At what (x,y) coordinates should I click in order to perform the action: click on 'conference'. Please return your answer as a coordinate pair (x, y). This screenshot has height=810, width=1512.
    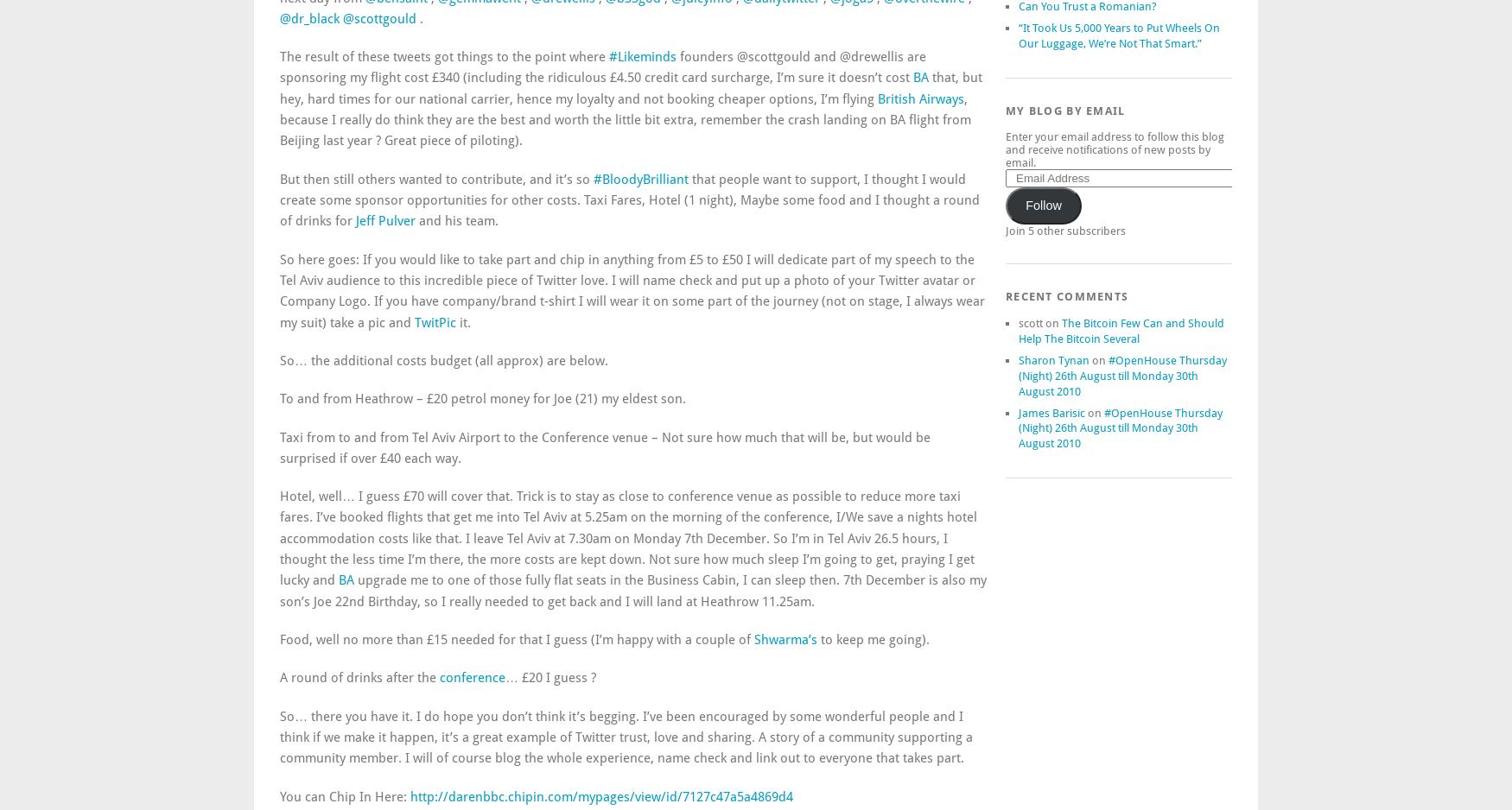
    Looking at the image, I should click on (472, 677).